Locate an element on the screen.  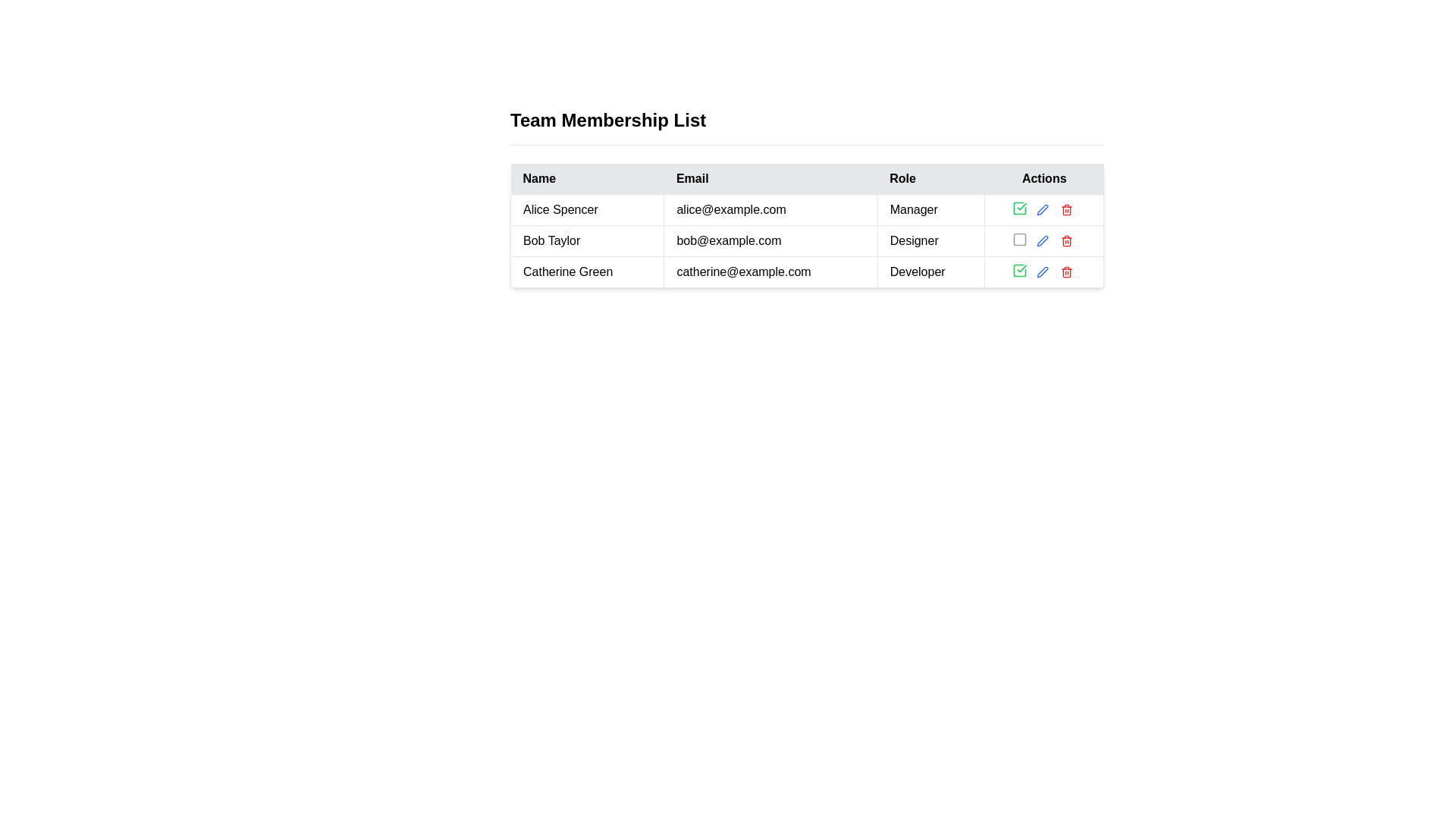
the edit button in the 'Actions' column for the entry corresponding to 'Bob Taylor', indicated by the pen icon is located at coordinates (1043, 240).